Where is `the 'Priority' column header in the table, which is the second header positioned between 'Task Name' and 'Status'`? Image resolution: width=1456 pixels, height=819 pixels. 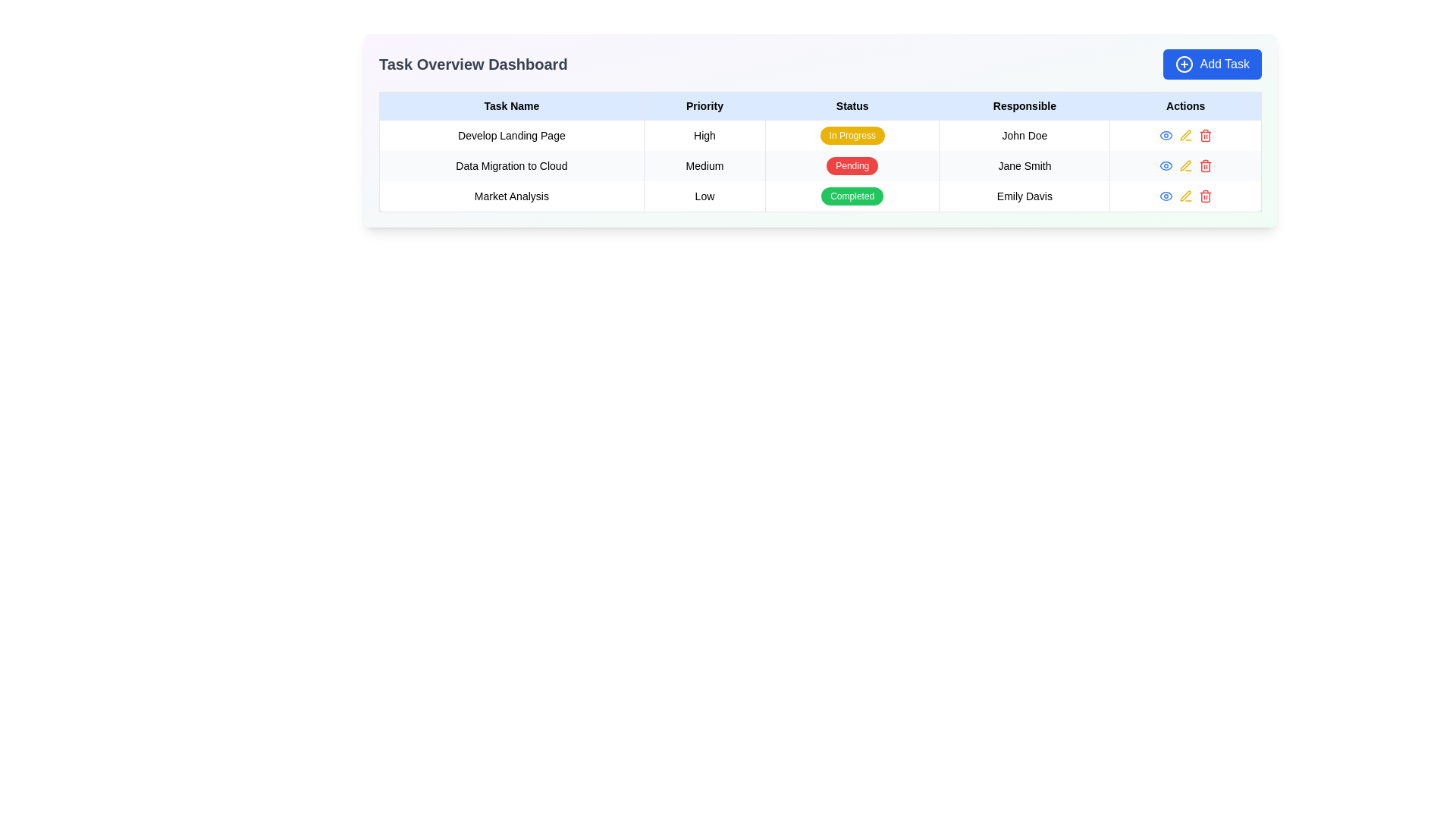
the 'Priority' column header in the table, which is the second header positioned between 'Task Name' and 'Status' is located at coordinates (704, 105).